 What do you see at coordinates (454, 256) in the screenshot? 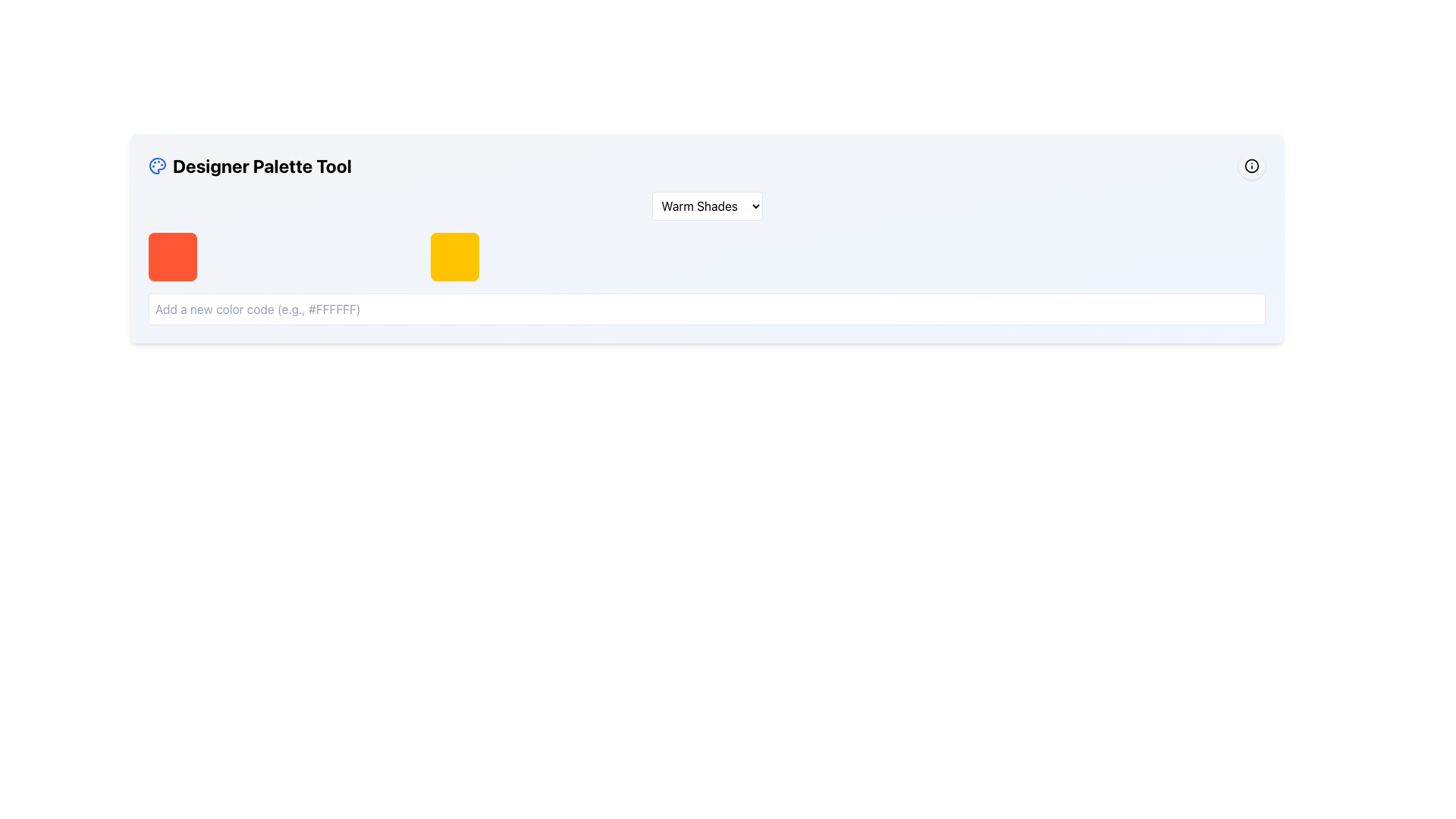
I see `the interactive color swatch located to the right of the orange color square in the color palette` at bounding box center [454, 256].